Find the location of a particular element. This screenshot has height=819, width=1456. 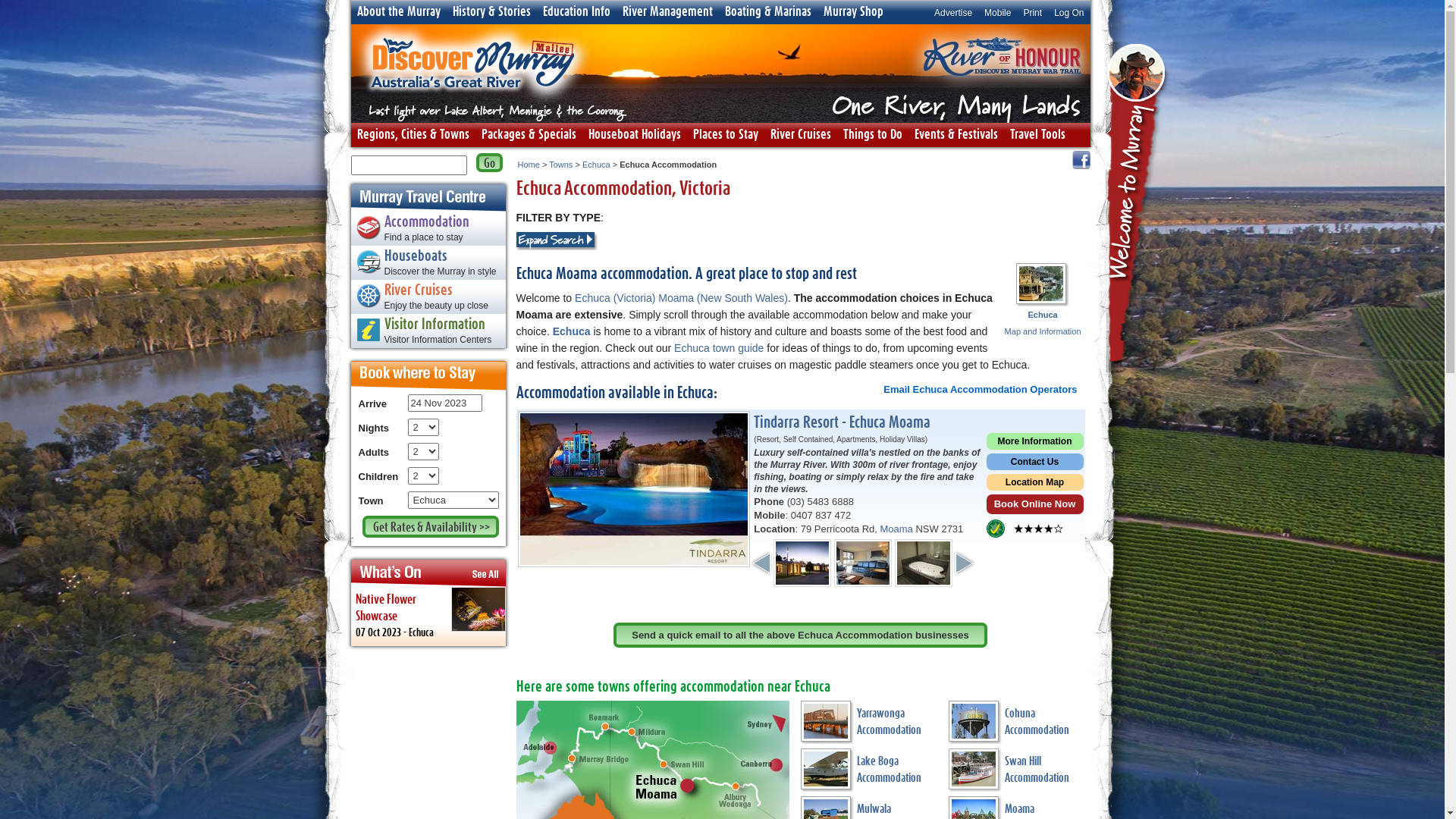

'Print' is located at coordinates (1031, 11).